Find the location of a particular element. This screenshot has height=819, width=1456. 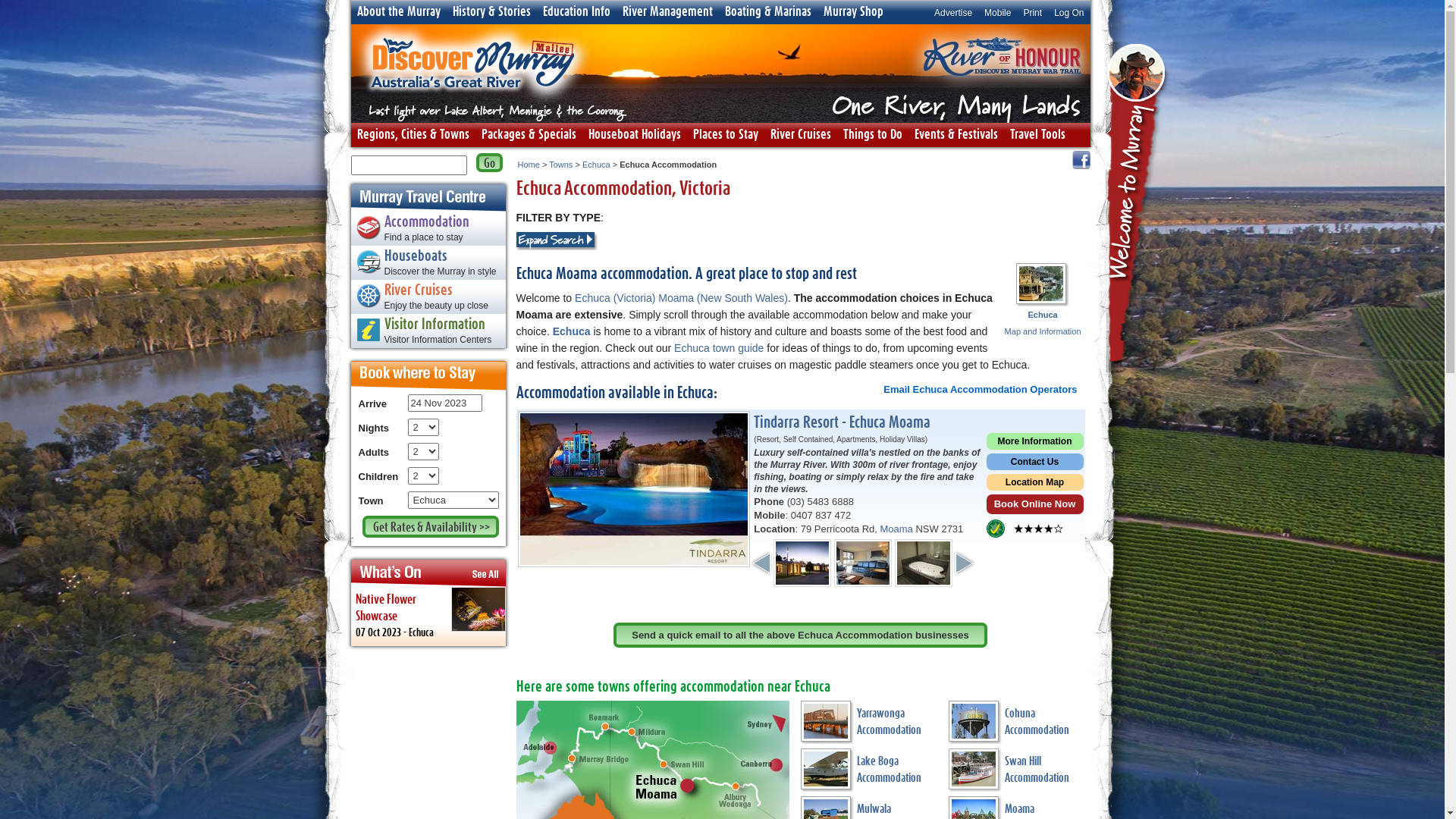

'Print' is located at coordinates (1031, 11).